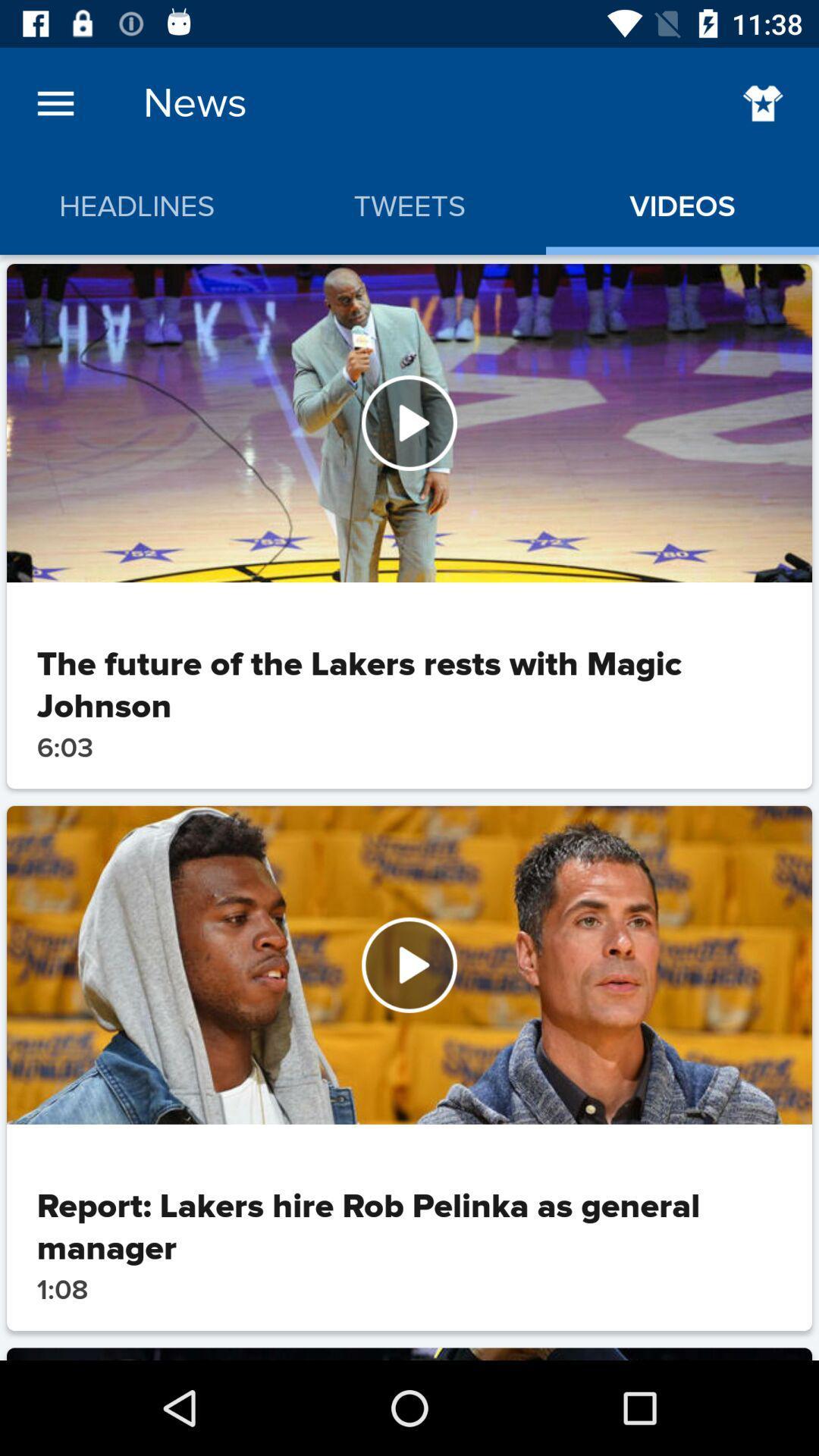  Describe the element at coordinates (409, 422) in the screenshot. I see `top video` at that location.